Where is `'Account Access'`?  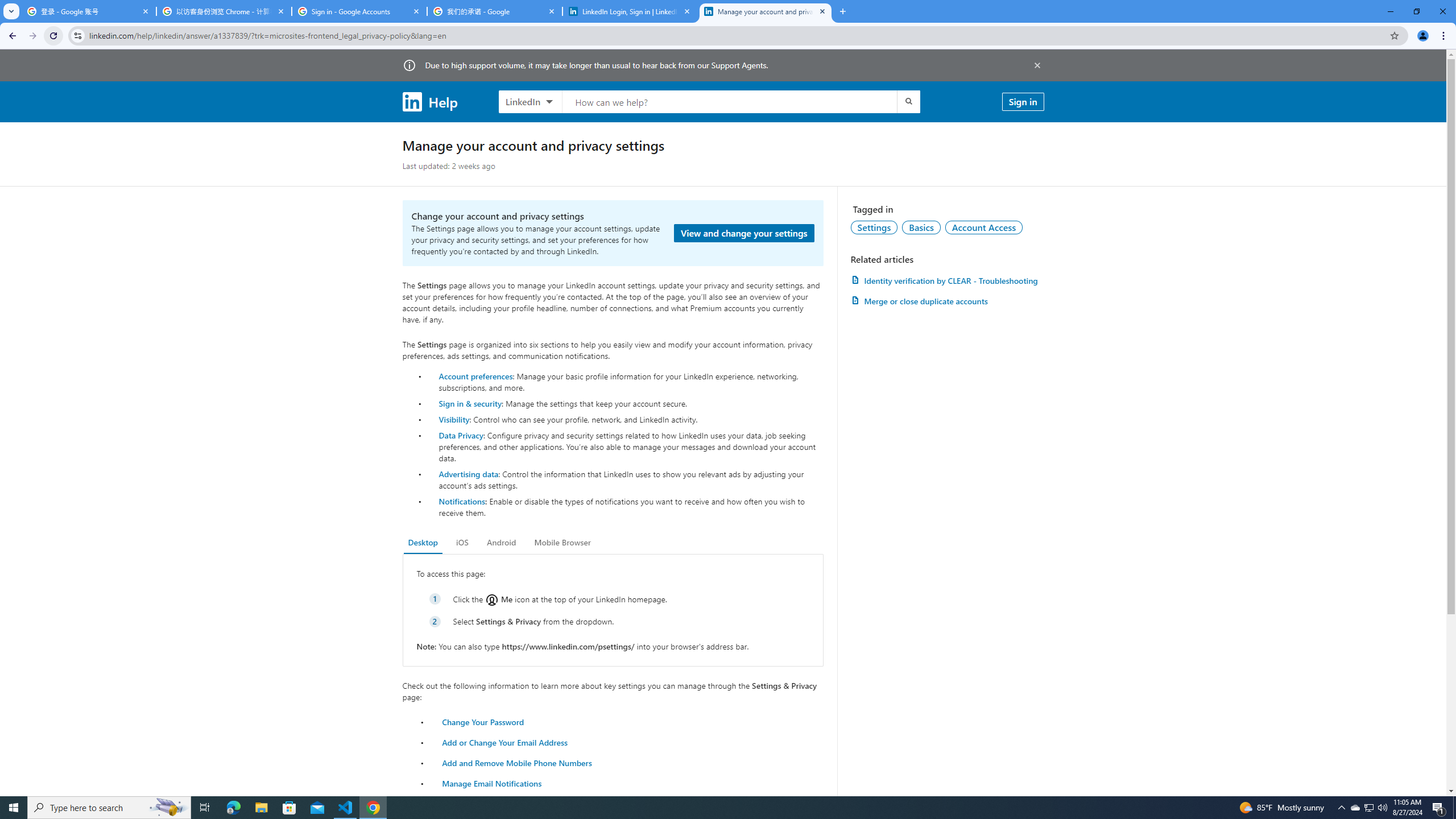 'Account Access' is located at coordinates (983, 226).